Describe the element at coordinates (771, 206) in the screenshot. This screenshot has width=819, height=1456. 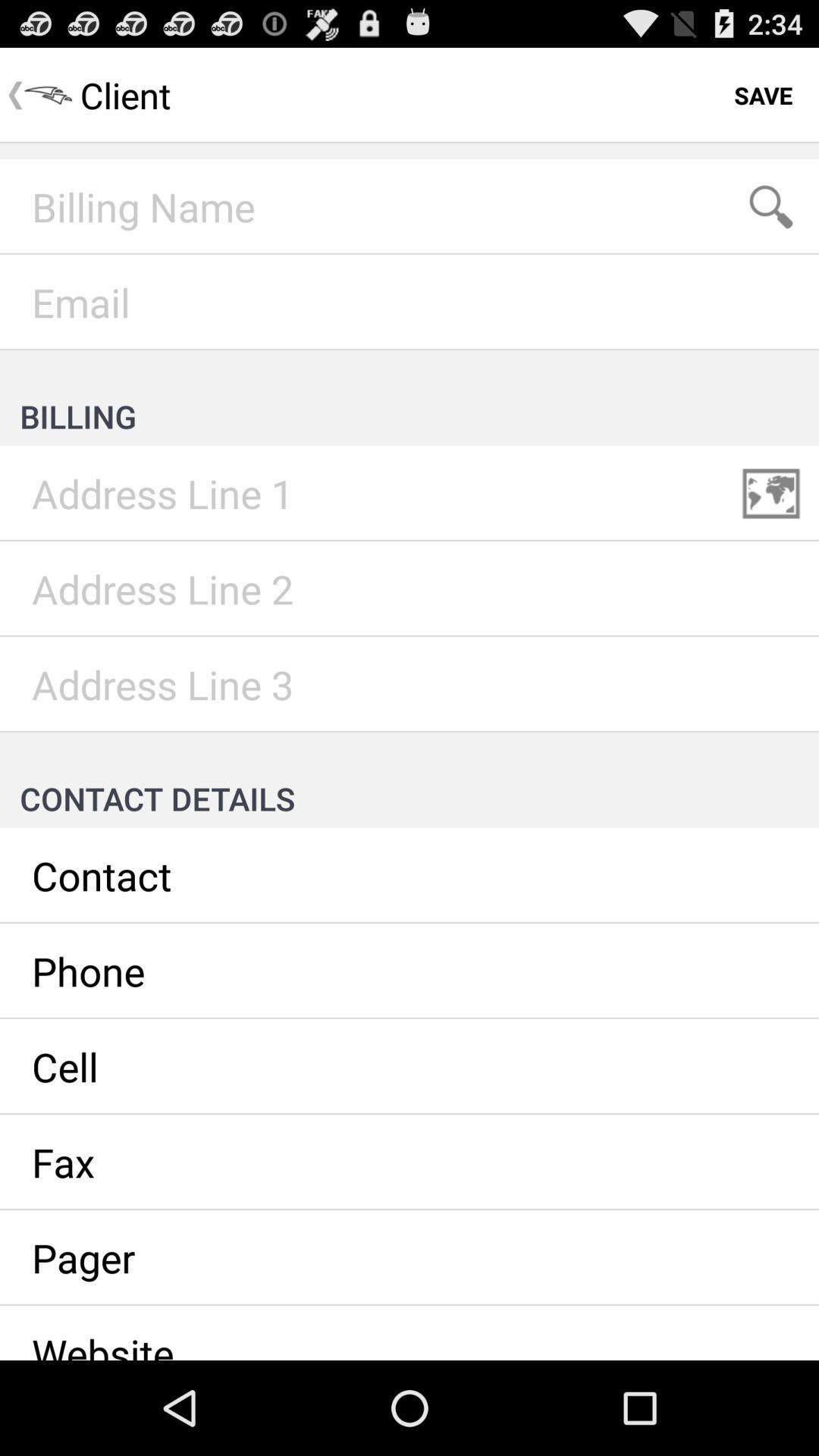
I see `search button` at that location.